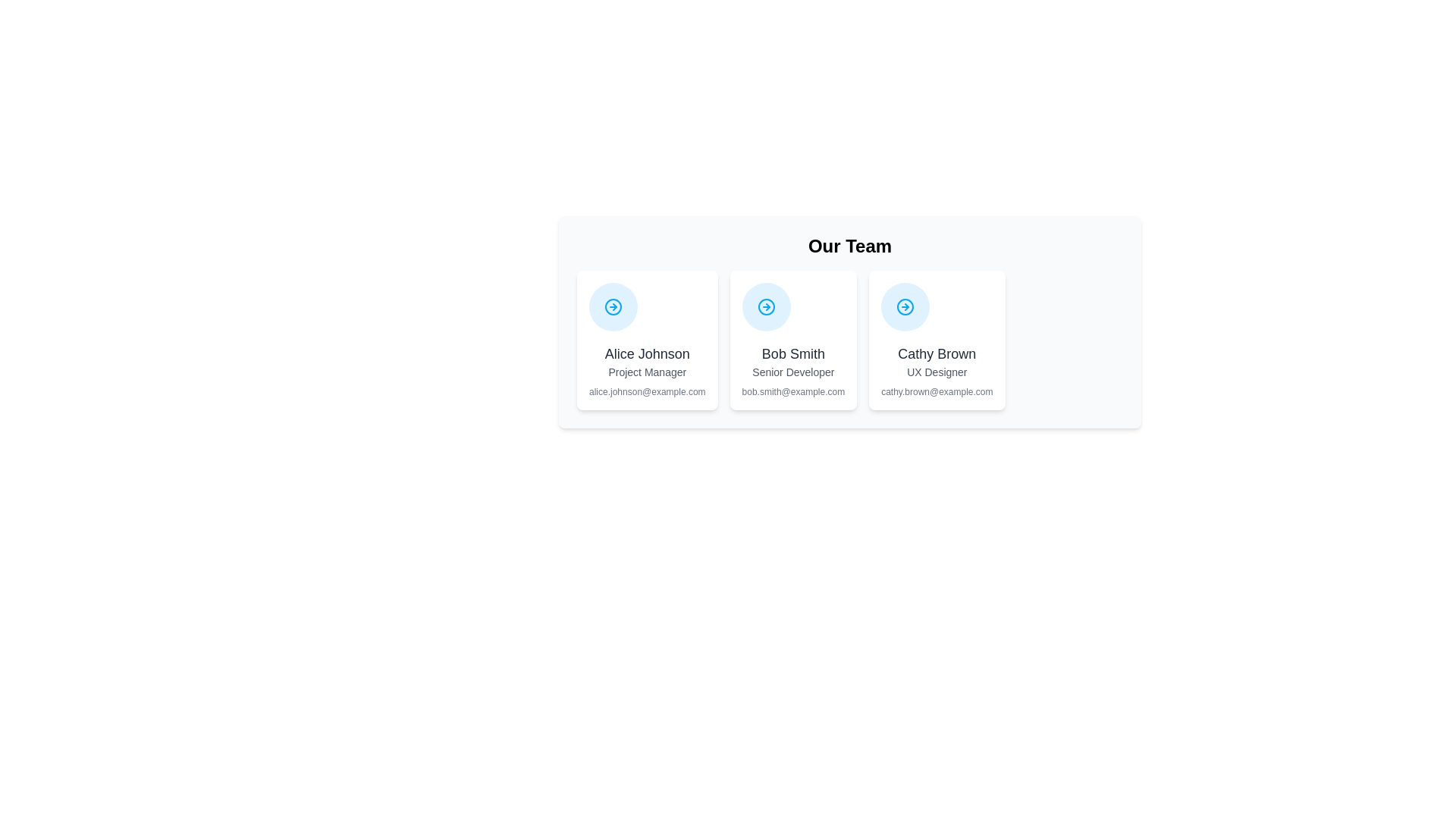  Describe the element at coordinates (792, 391) in the screenshot. I see `the email address 'bob.smith@example.com' displayed in small, light gray text within the user profile card for copying` at that location.